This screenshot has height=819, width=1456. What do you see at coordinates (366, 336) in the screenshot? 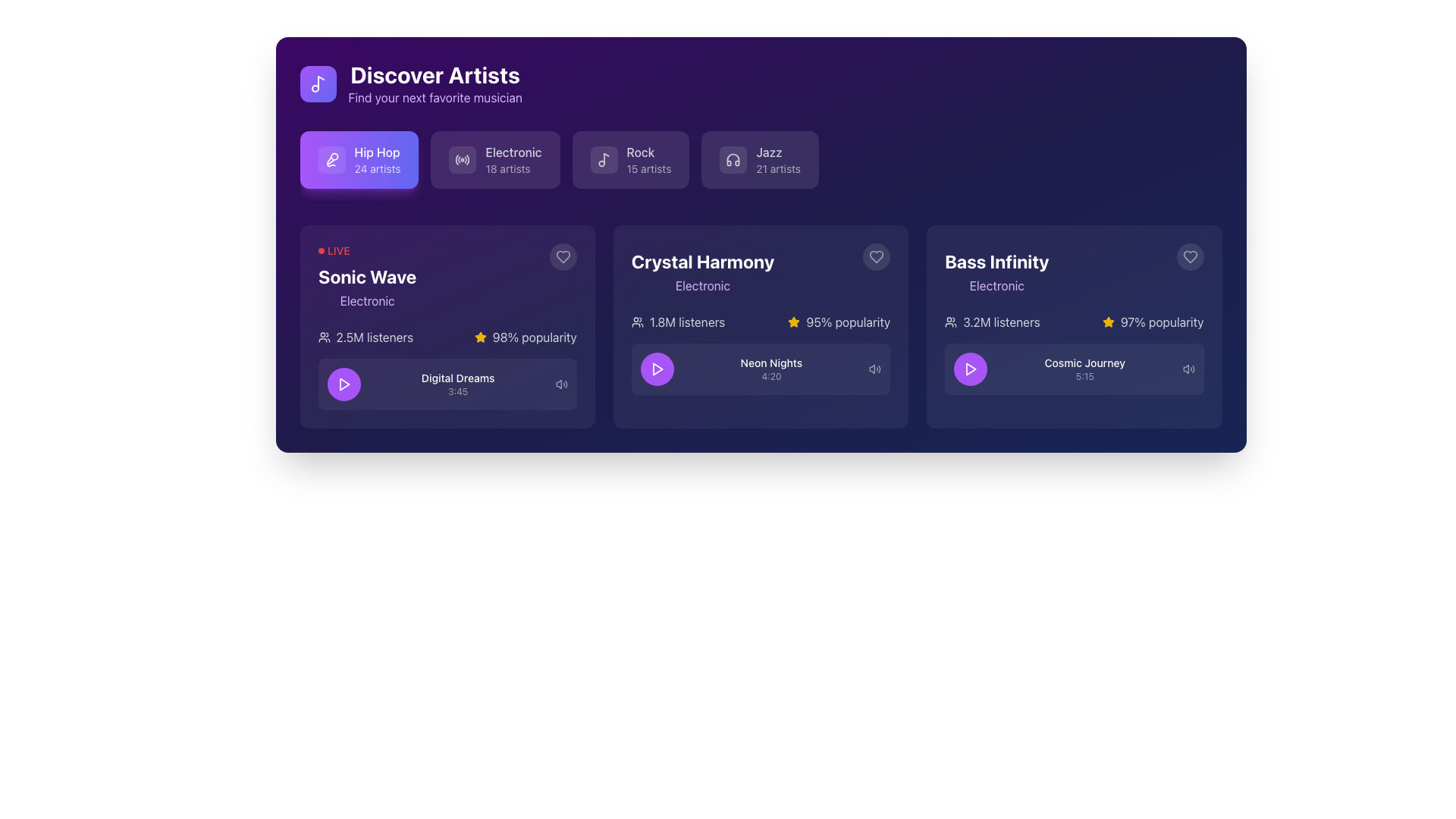
I see `informative label displaying '2.5M listeners' next to the icon of a group of people, located within the 'Sonic Wave' section` at bounding box center [366, 336].